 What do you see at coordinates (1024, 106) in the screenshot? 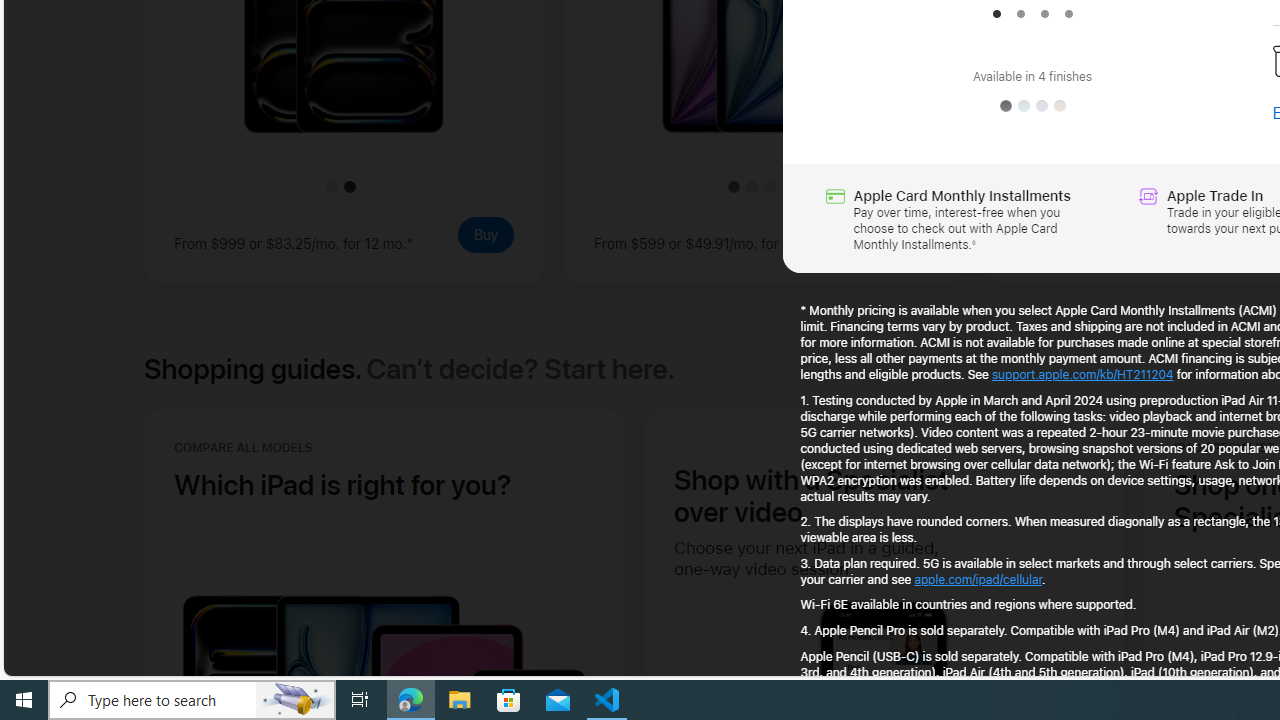
I see `'Blue'` at bounding box center [1024, 106].